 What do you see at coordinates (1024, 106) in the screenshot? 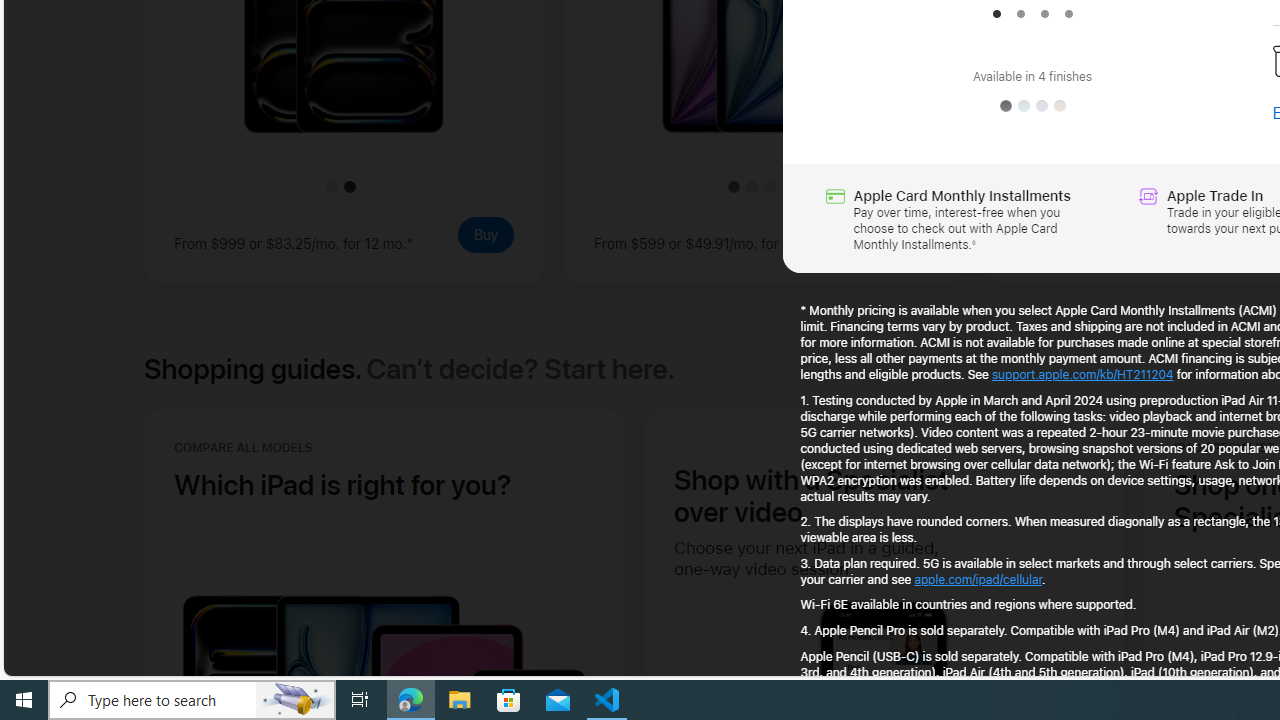
I see `'Blue'` at bounding box center [1024, 106].